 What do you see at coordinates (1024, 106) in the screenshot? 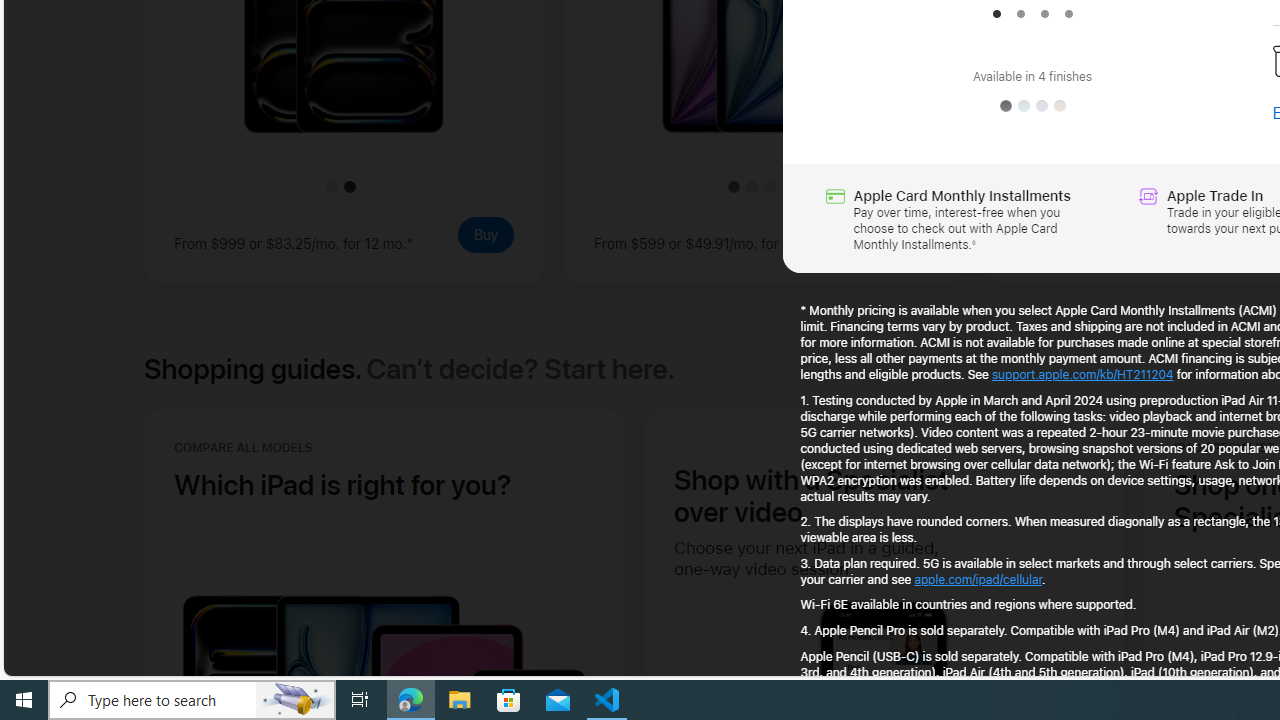
I see `'Blue'` at bounding box center [1024, 106].